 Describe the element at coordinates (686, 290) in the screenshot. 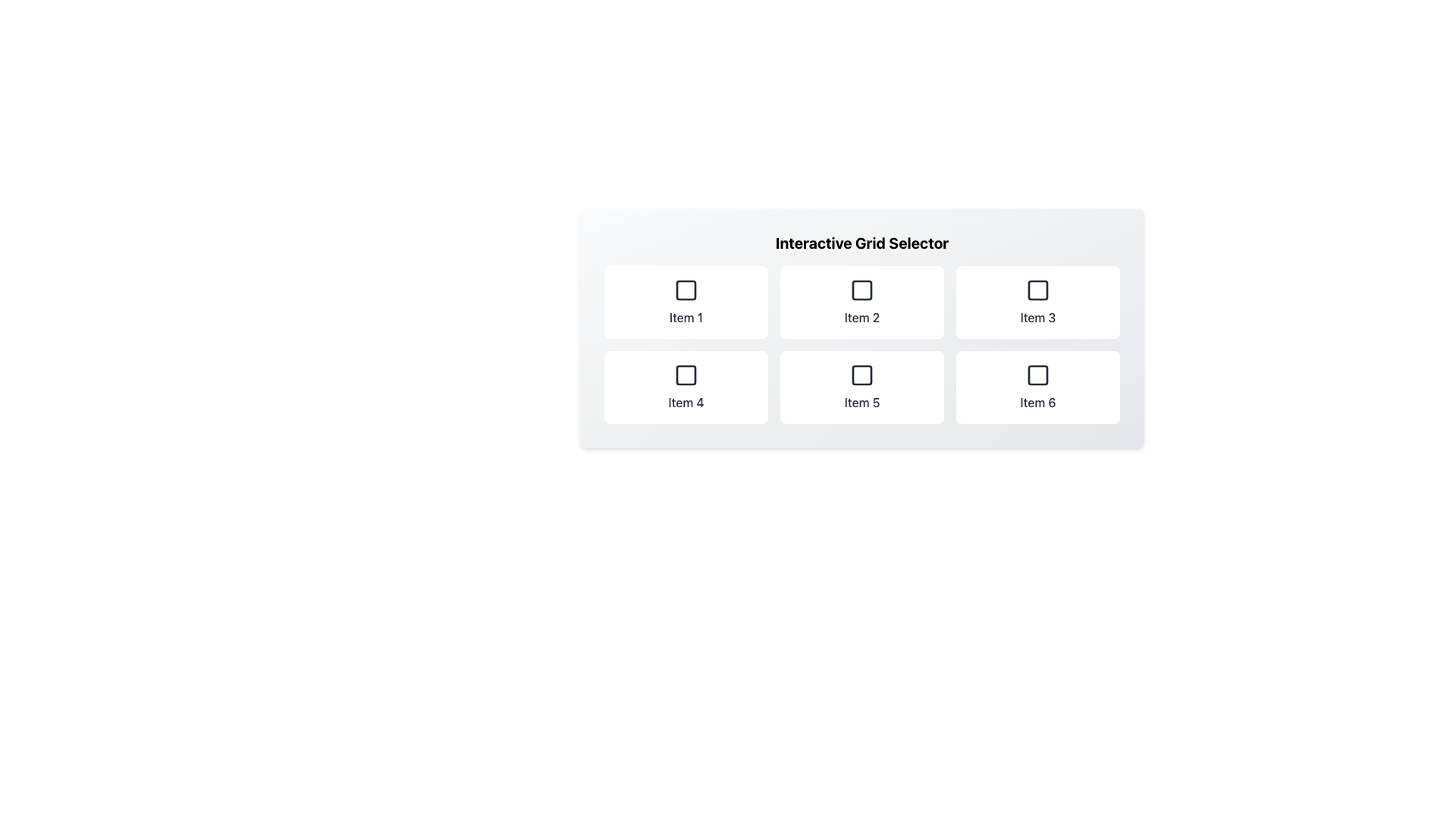

I see `the square icon with a hollow center, which has a black outline and is located above the text label 'Item 1' in the first grid cell` at that location.